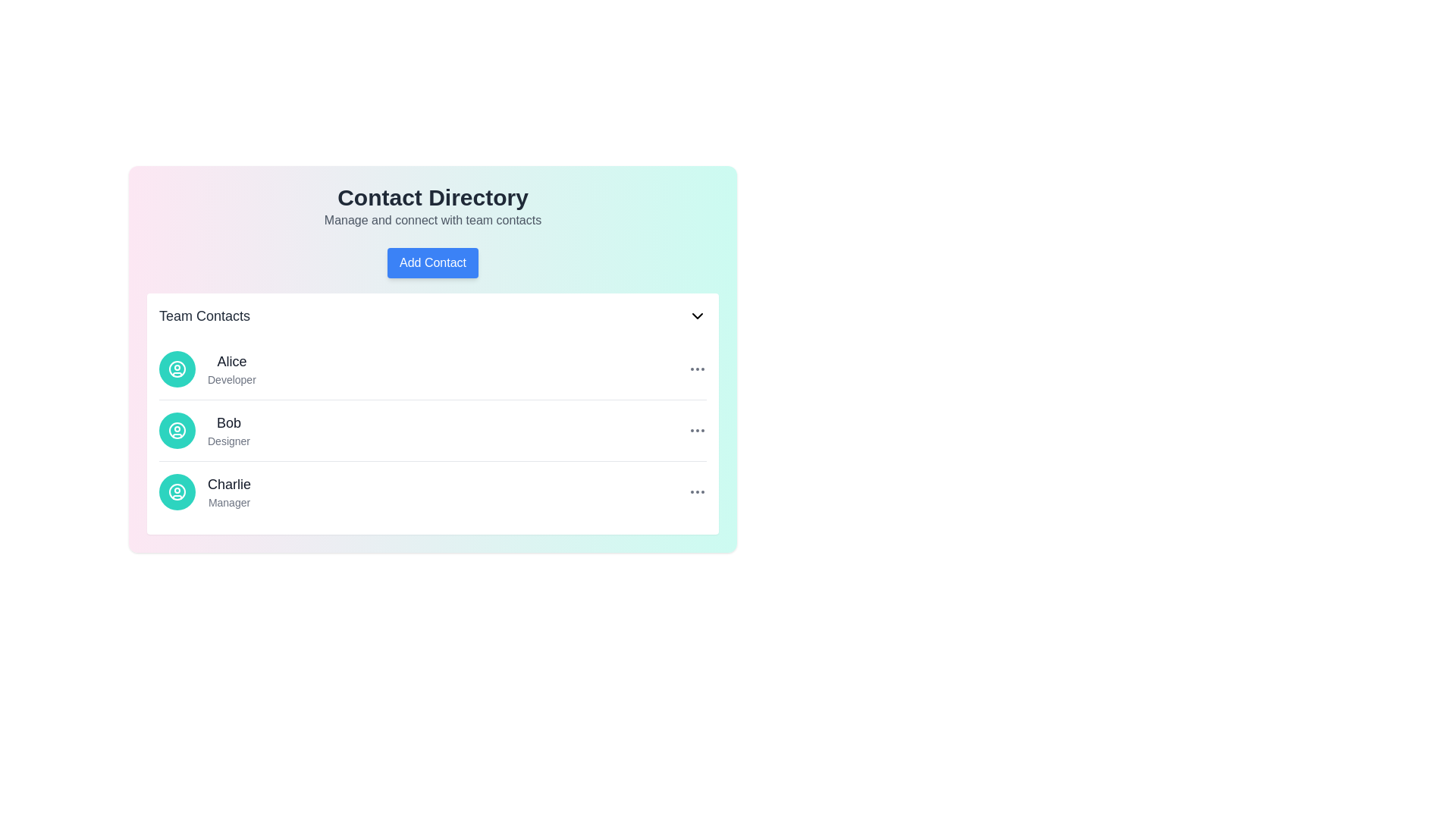 Image resolution: width=1456 pixels, height=819 pixels. What do you see at coordinates (177, 430) in the screenshot?
I see `the contact avatar icon representing 'Bob', which is the second icon in the list of user details` at bounding box center [177, 430].